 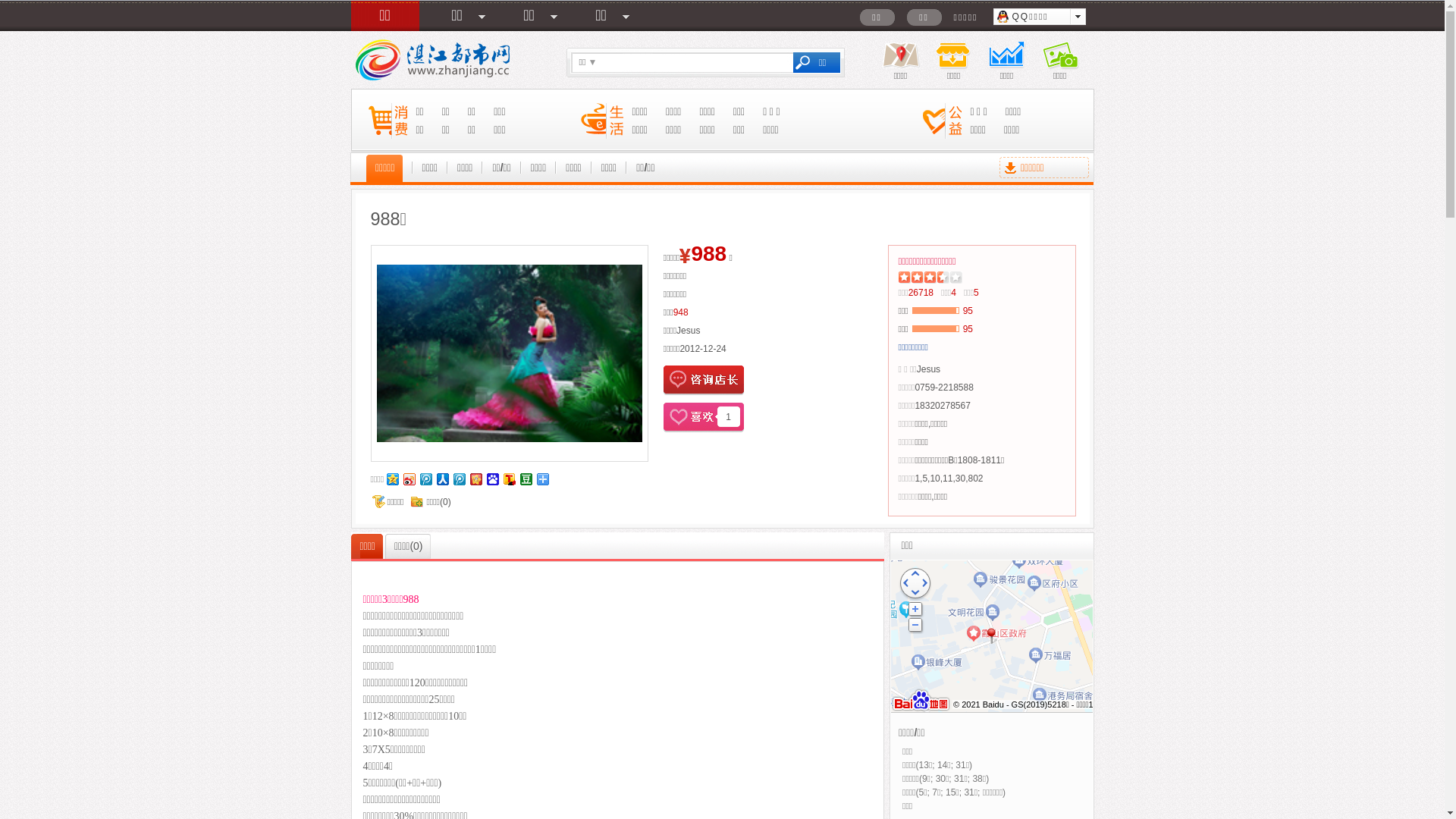 I want to click on 'Jesus', so click(x=927, y=369).